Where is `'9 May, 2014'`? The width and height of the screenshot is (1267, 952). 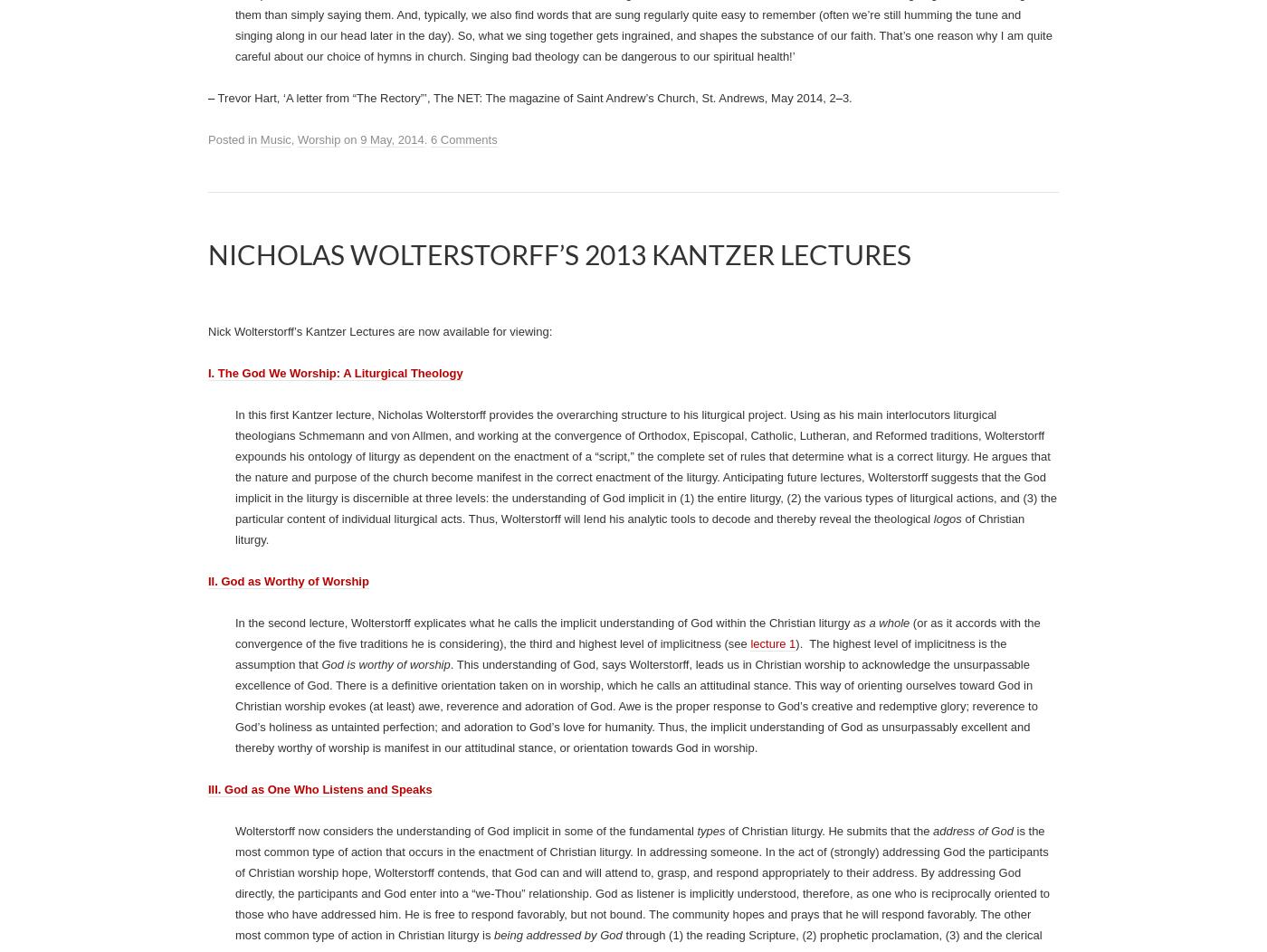 '9 May, 2014' is located at coordinates (392, 426).